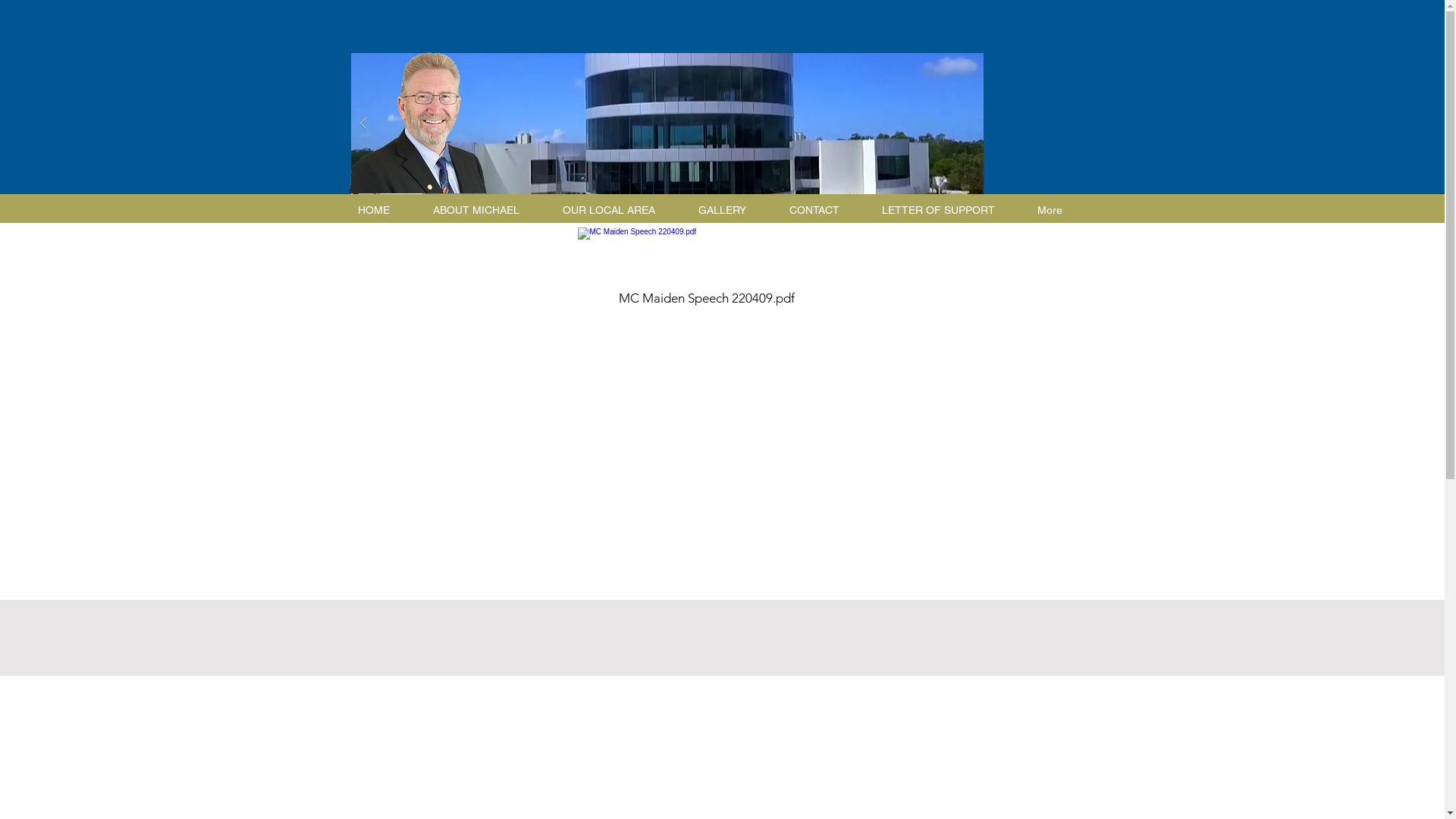 This screenshot has height=819, width=1456. I want to click on 'HOME', so click(380, 210).